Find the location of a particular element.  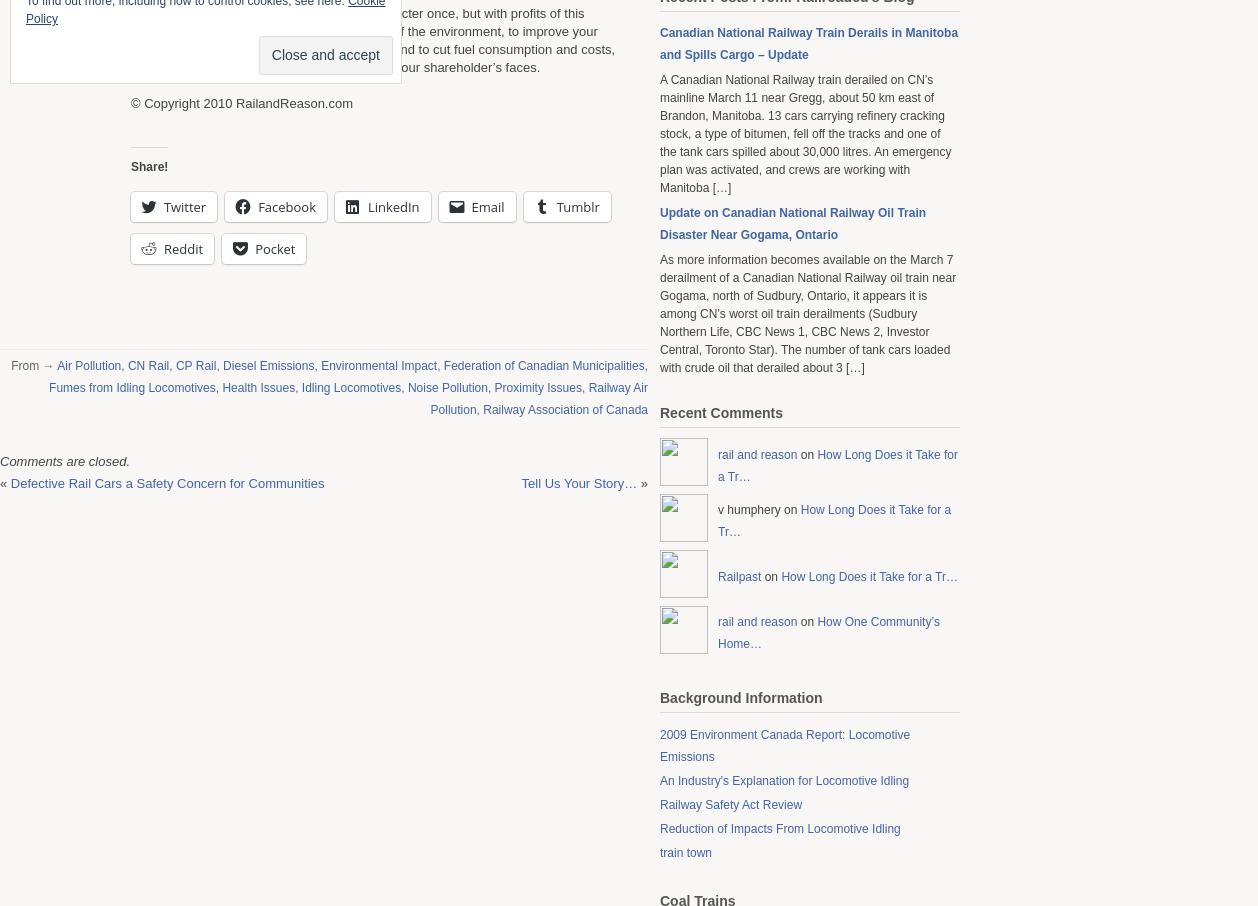

'Twitter' is located at coordinates (164, 205).